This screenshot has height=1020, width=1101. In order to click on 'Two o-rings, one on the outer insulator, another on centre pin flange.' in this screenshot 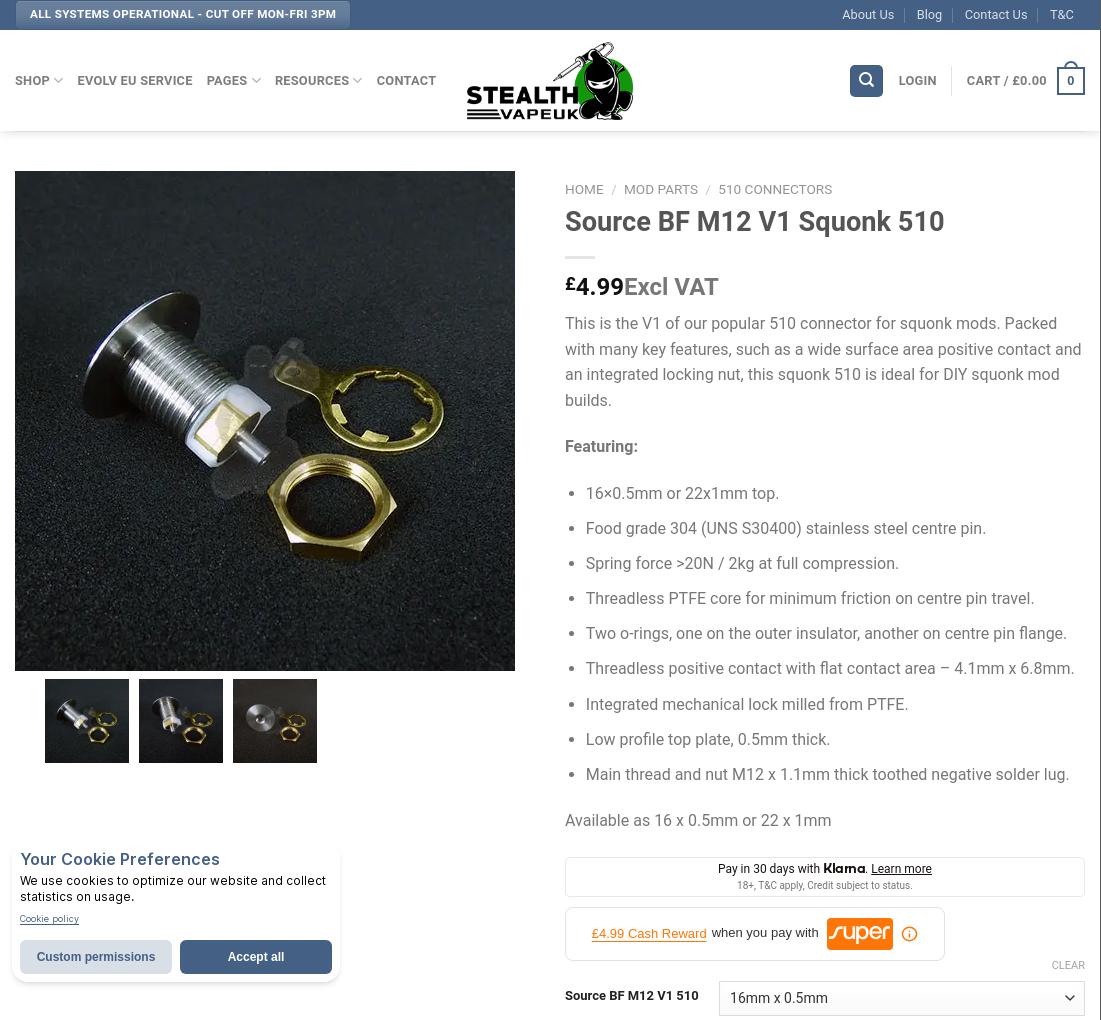, I will do `click(584, 632)`.